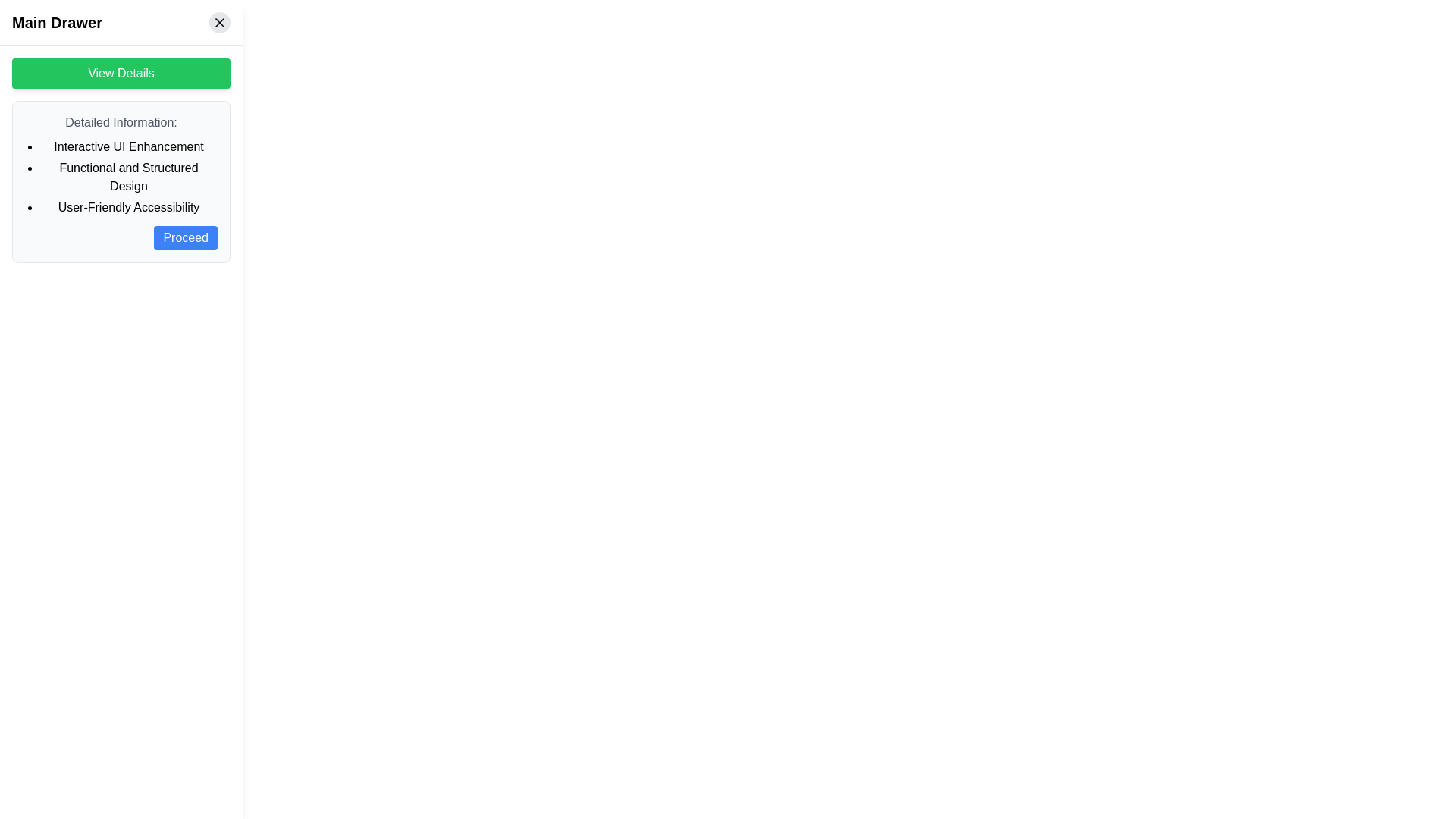  What do you see at coordinates (218, 23) in the screenshot?
I see `the 'X' icon with a thin border located at the top-right corner of the gray button` at bounding box center [218, 23].